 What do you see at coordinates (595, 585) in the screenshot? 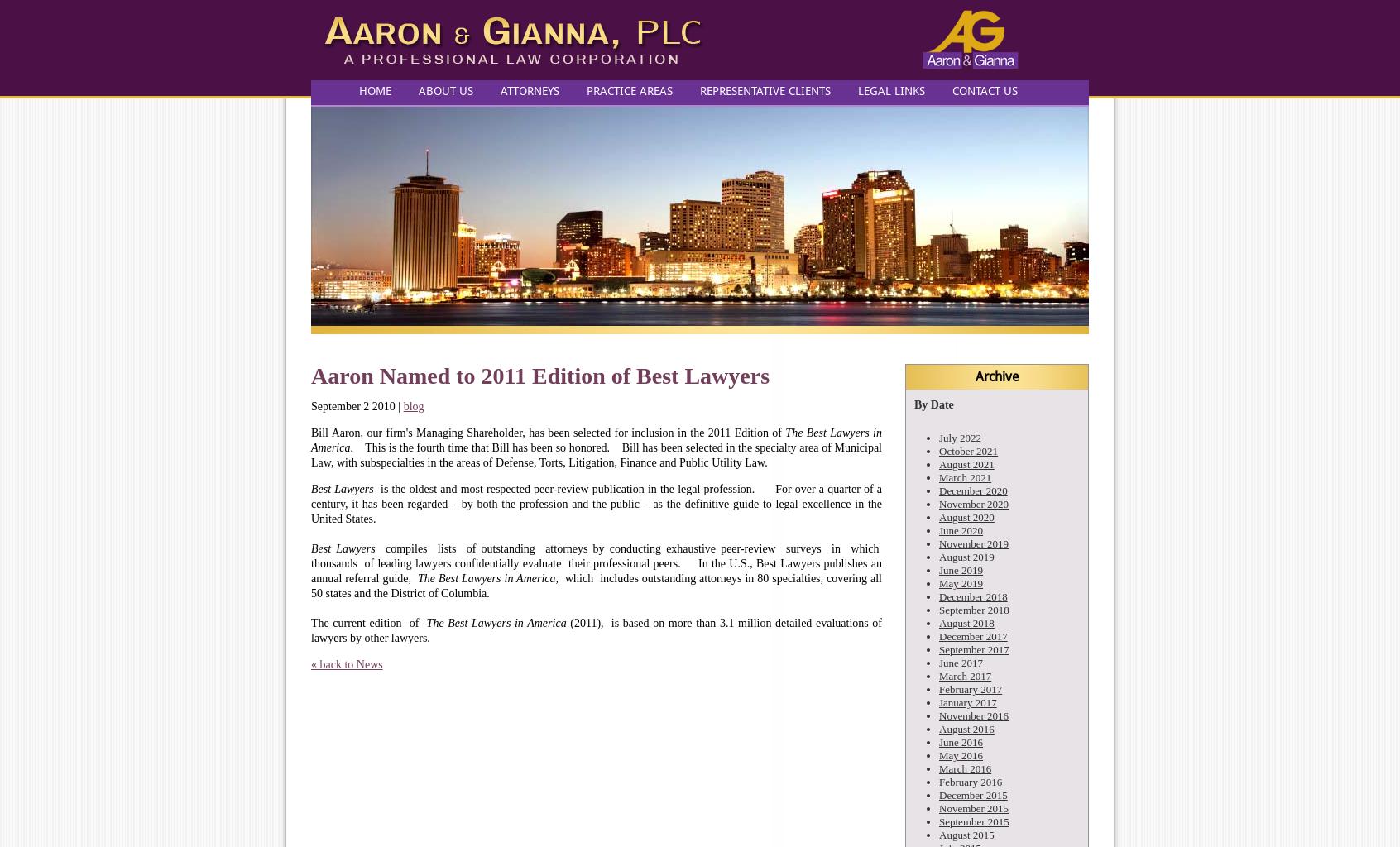
I see `',  which  includes outstanding attorneys in 80 specialties, covering all 50 states and the District of Columbia.'` at bounding box center [595, 585].